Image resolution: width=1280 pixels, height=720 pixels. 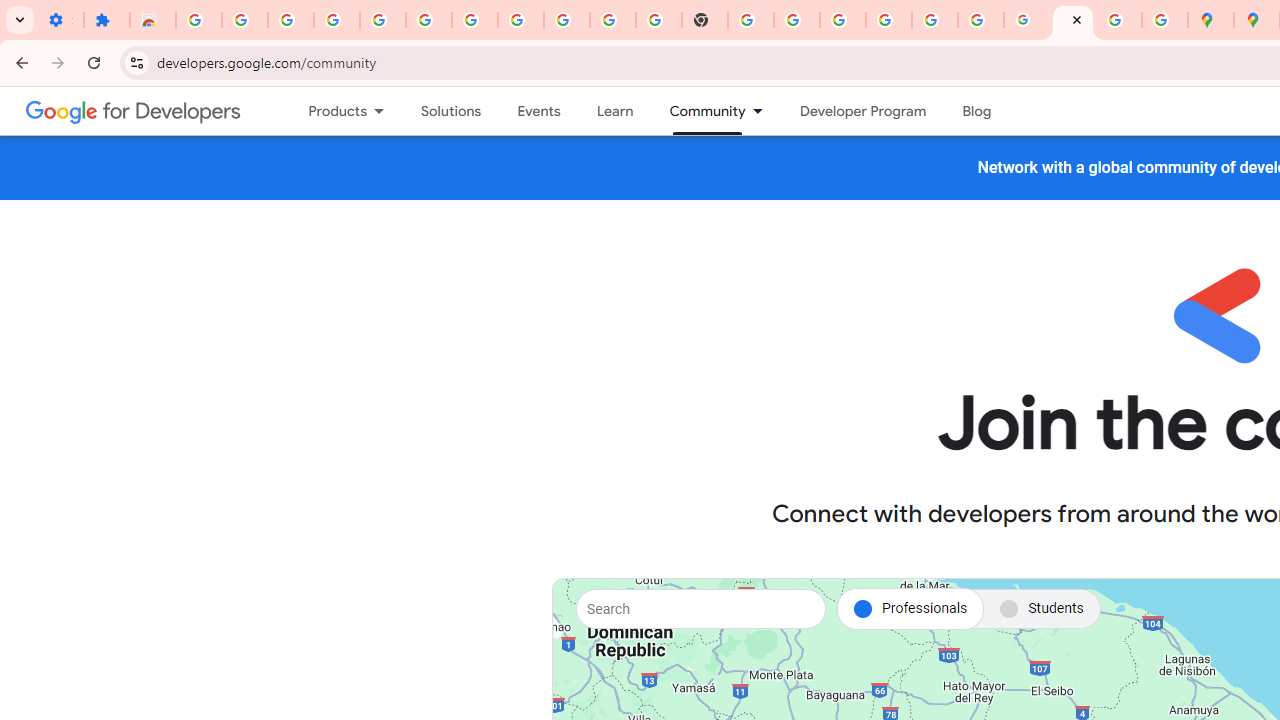 What do you see at coordinates (698, 111) in the screenshot?
I see `'Community, selected'` at bounding box center [698, 111].